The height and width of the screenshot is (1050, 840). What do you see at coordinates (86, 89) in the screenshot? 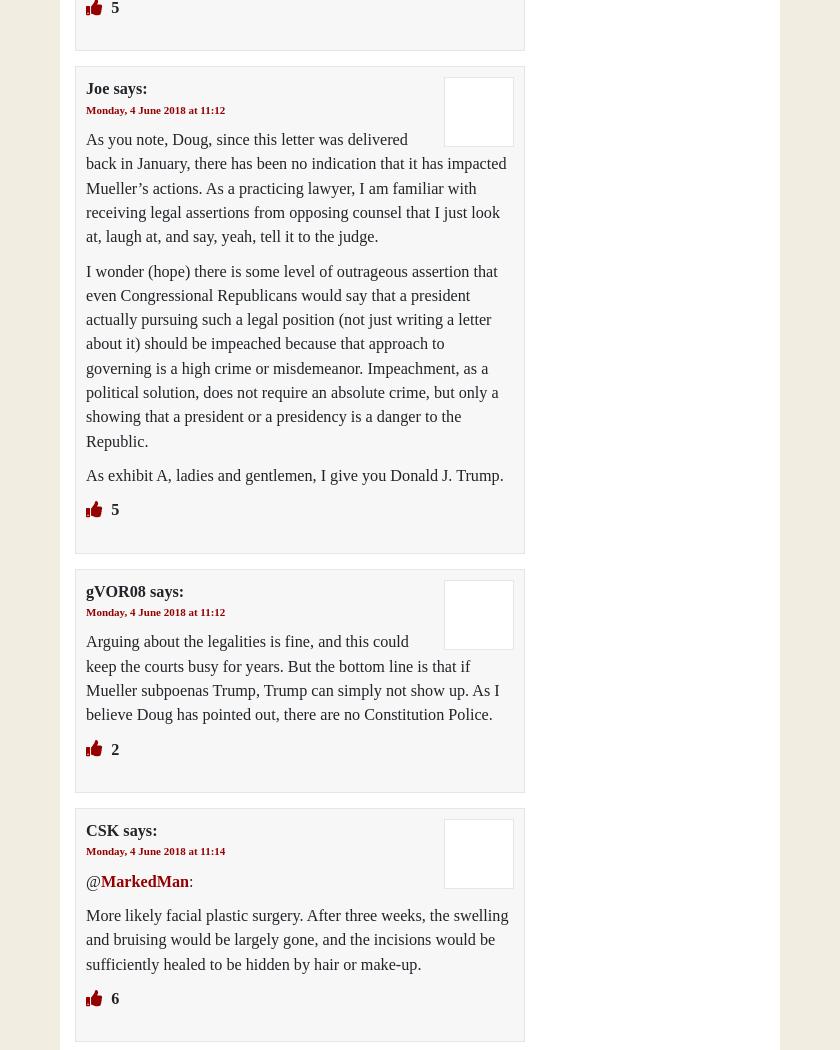
I see `'Joe'` at bounding box center [86, 89].